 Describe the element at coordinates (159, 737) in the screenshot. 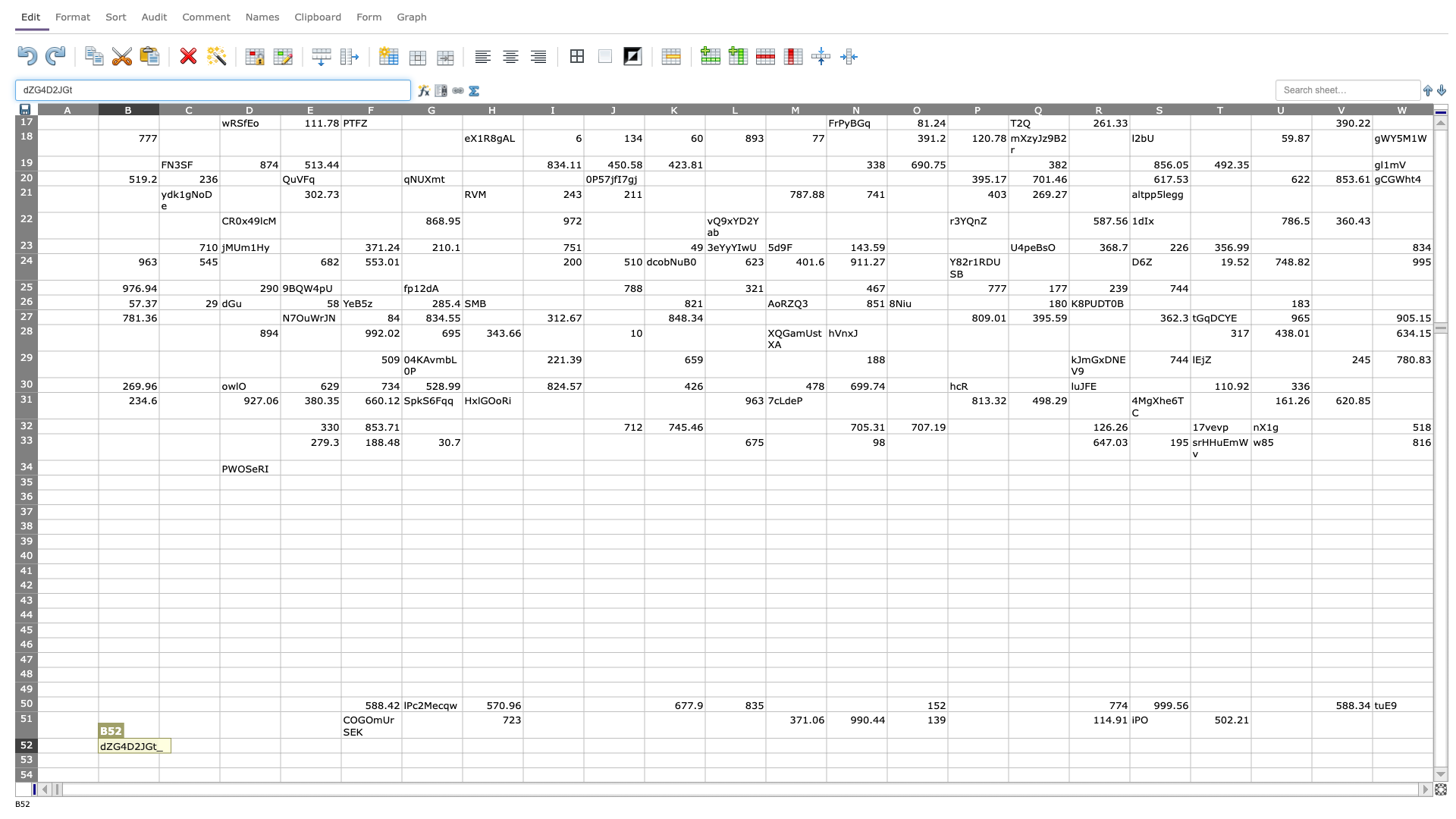

I see `top left corner of C52` at that location.